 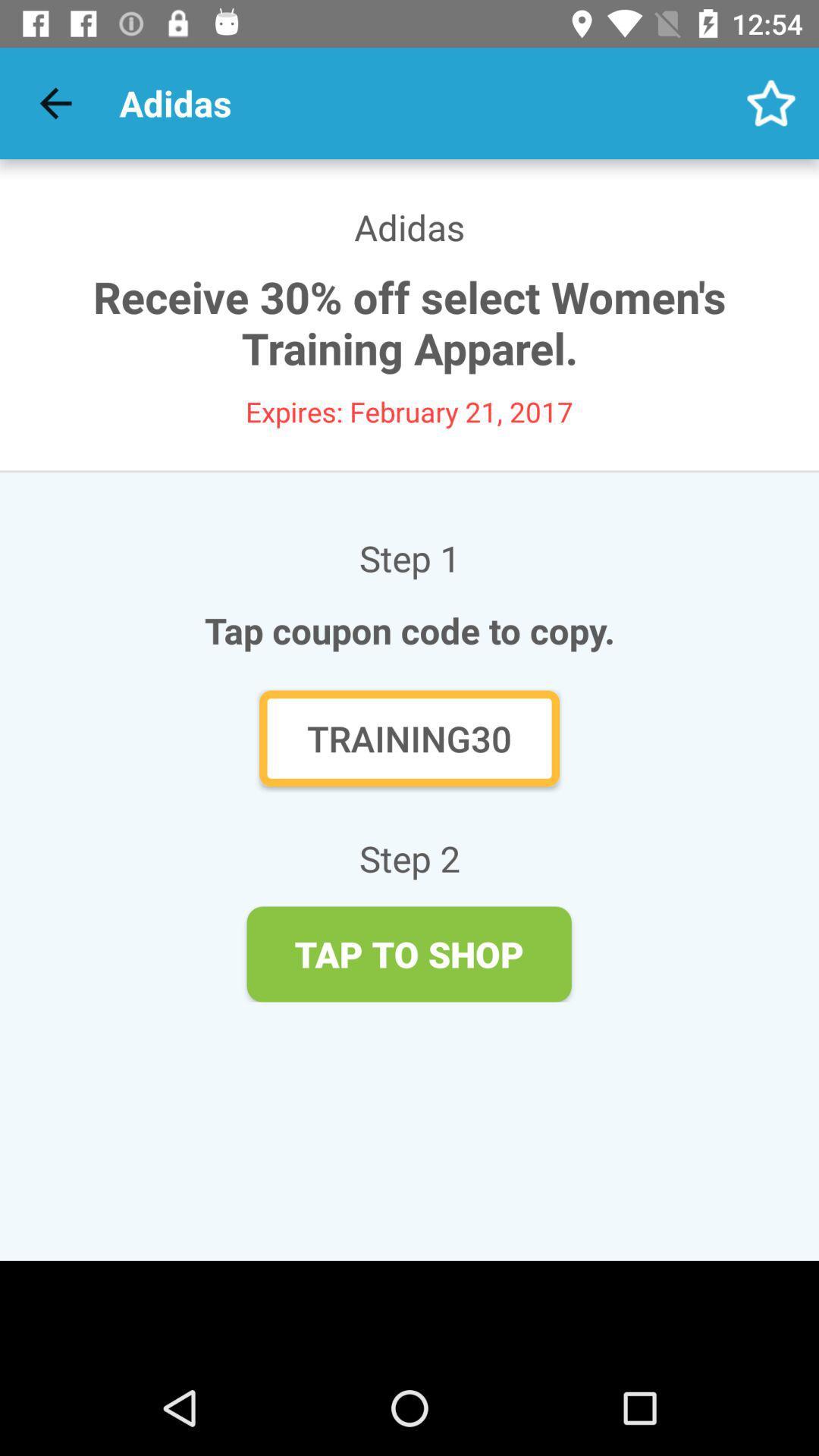 What do you see at coordinates (771, 102) in the screenshot?
I see `the icon to the right of adidas icon` at bounding box center [771, 102].